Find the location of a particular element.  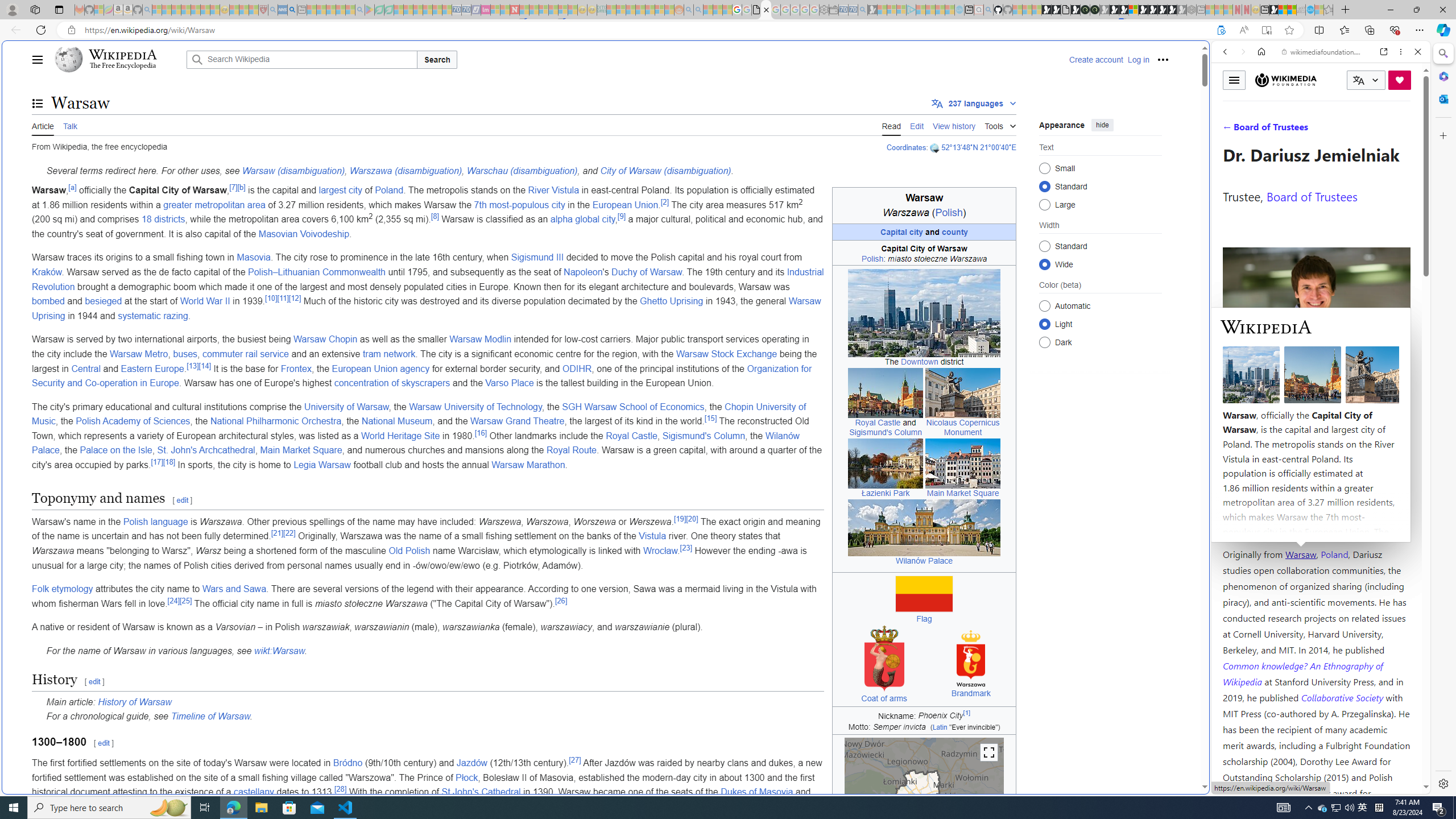

'View history' is located at coordinates (954, 125).